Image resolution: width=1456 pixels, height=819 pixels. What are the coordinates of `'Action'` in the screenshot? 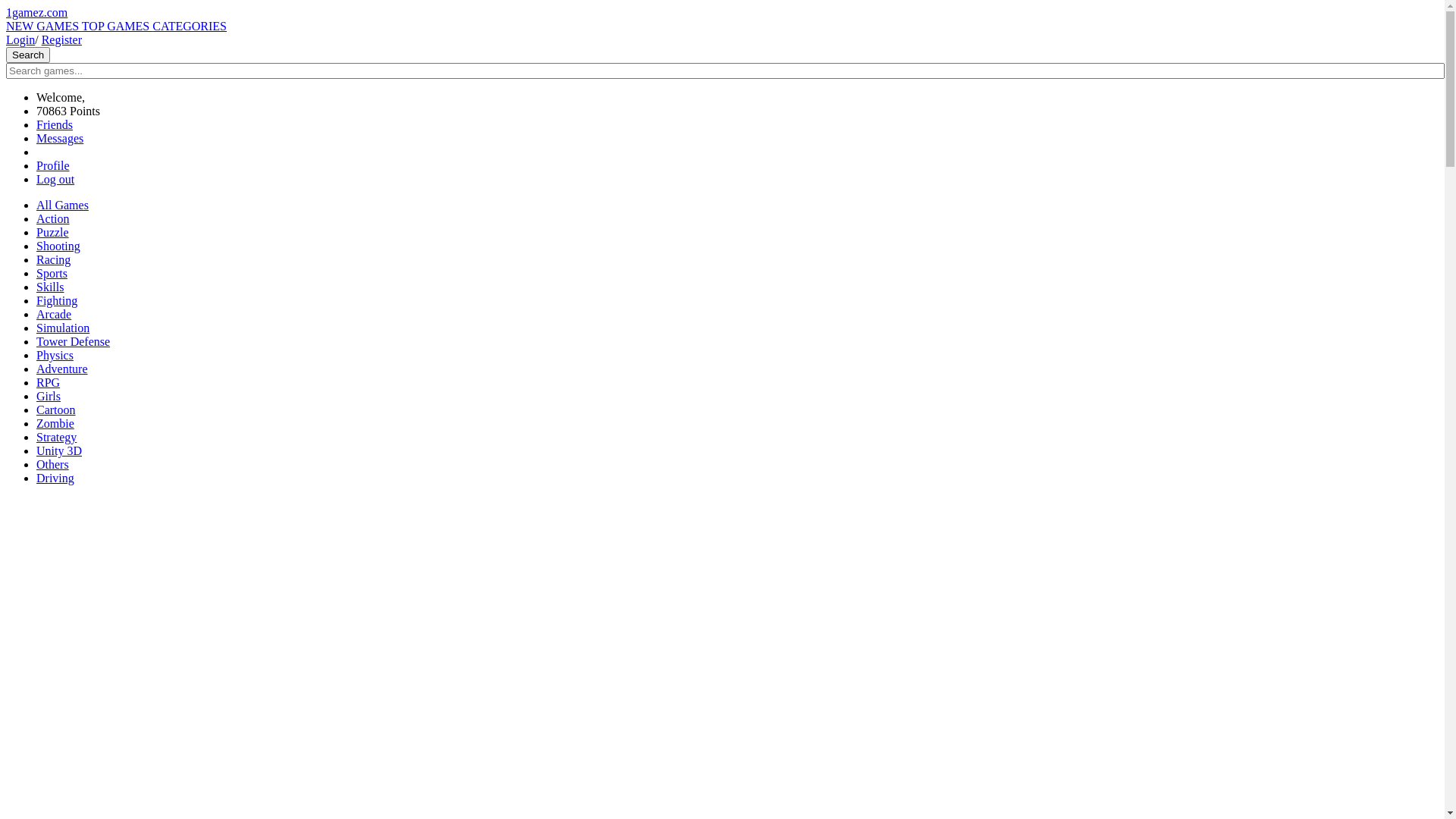 It's located at (36, 218).